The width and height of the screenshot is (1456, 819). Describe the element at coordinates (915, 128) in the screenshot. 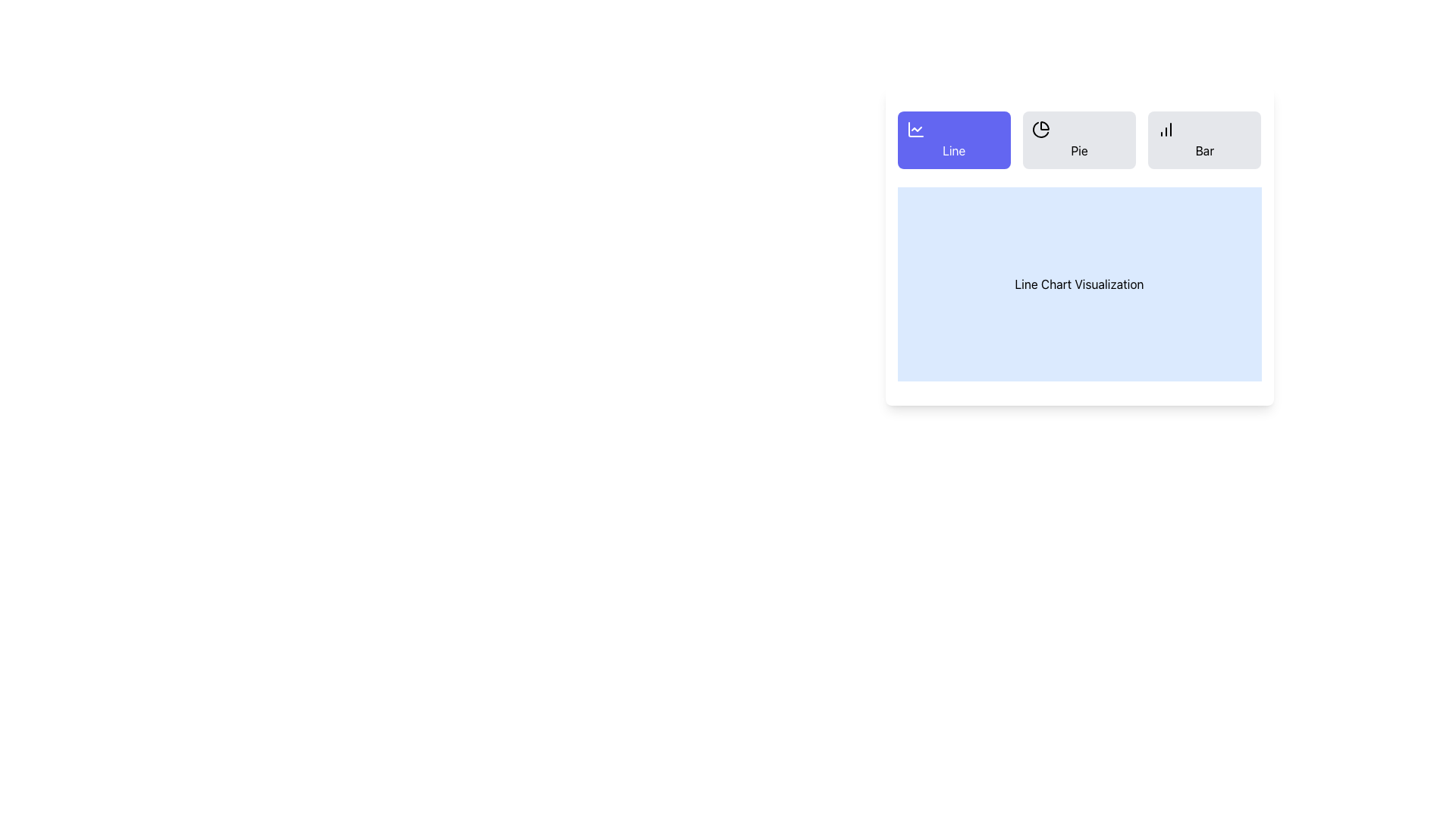

I see `the 'Line' button containing the chart-line SVG icon by clicking on it` at that location.